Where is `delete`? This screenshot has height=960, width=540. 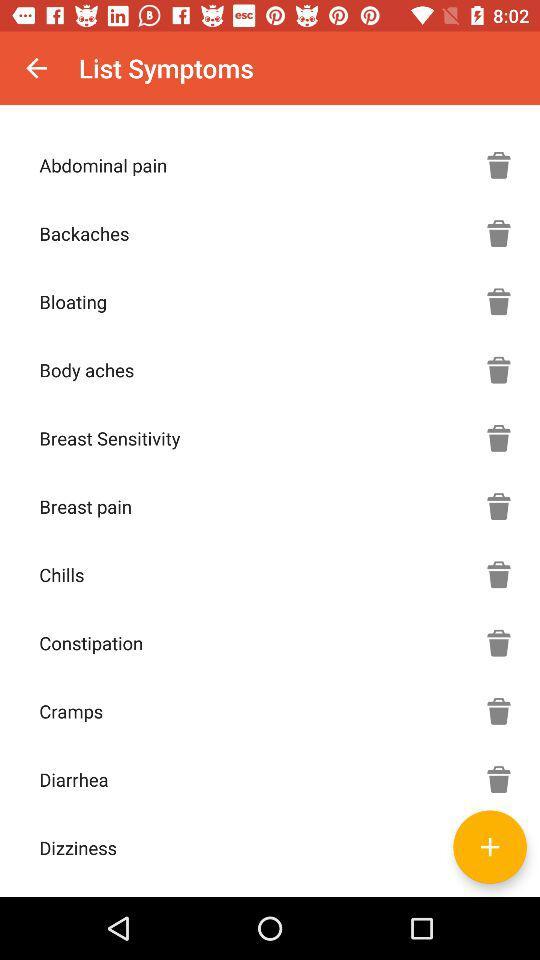 delete is located at coordinates (498, 778).